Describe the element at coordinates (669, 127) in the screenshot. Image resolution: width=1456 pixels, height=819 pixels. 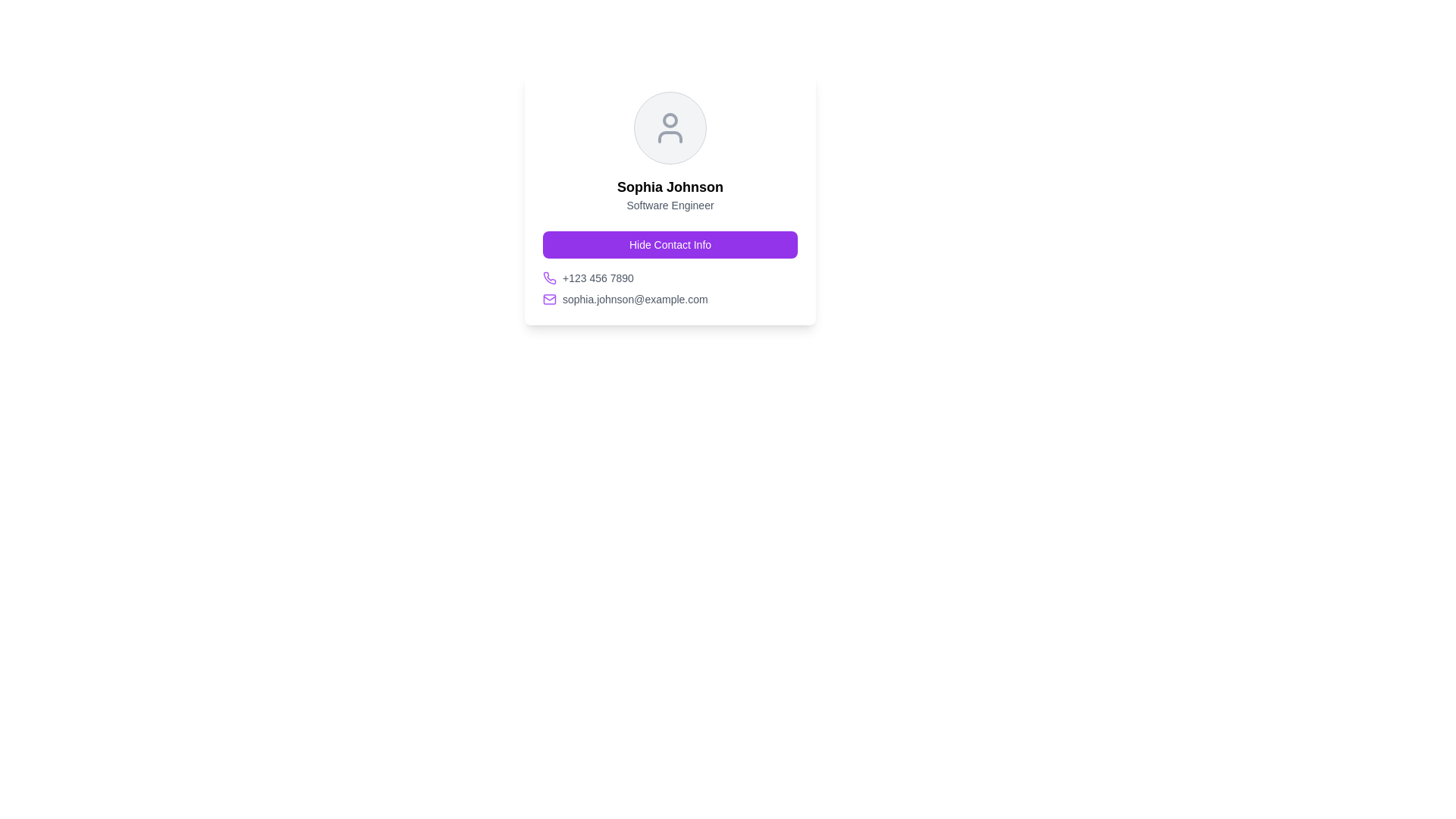
I see `the user icon SVG graphic, which is styled with thin gray strokes and centered in a circular gray background, to associate it with the user profile` at that location.